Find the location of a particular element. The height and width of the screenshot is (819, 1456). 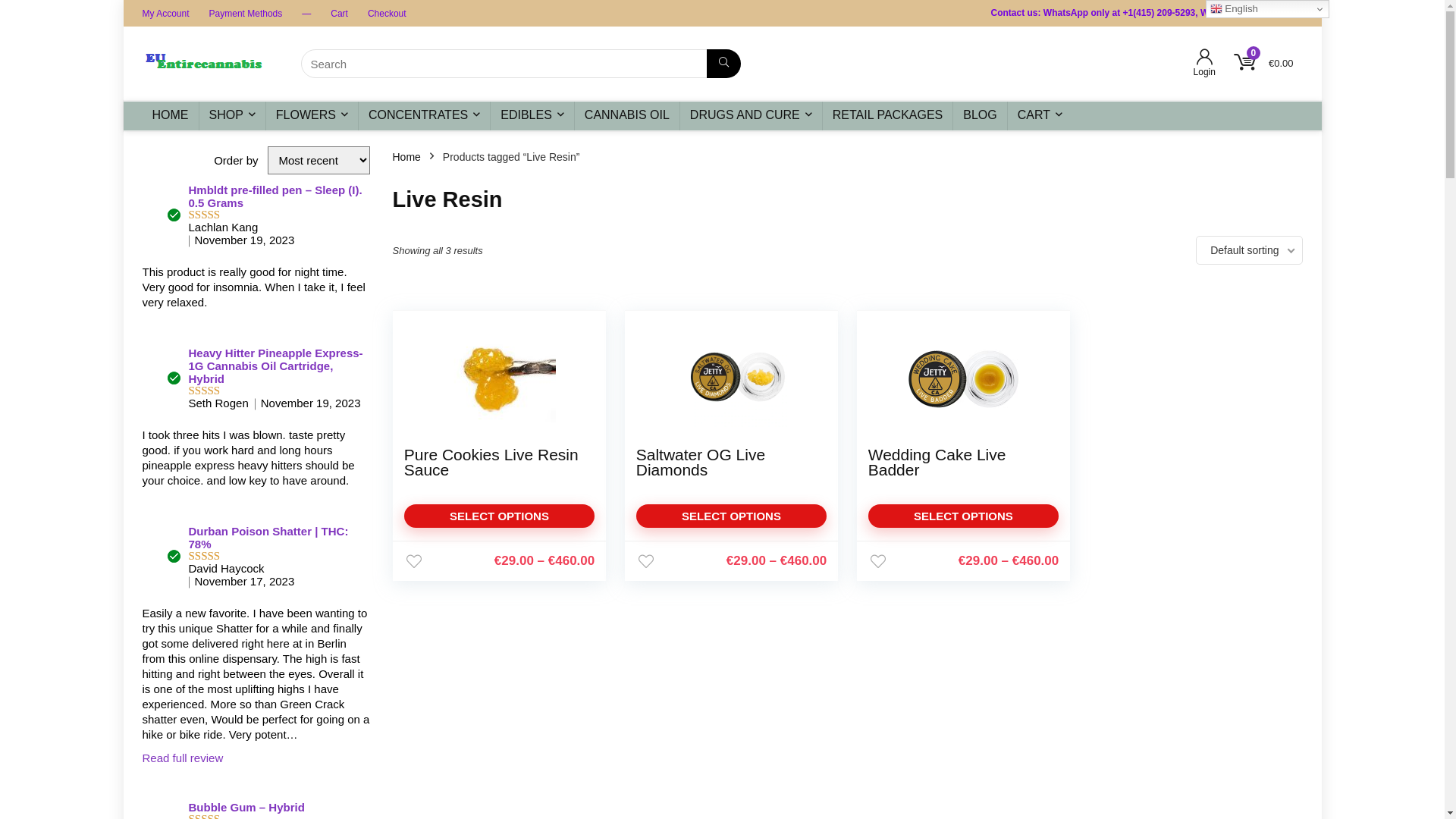

'RETAIL PACKAGES' is located at coordinates (888, 115).